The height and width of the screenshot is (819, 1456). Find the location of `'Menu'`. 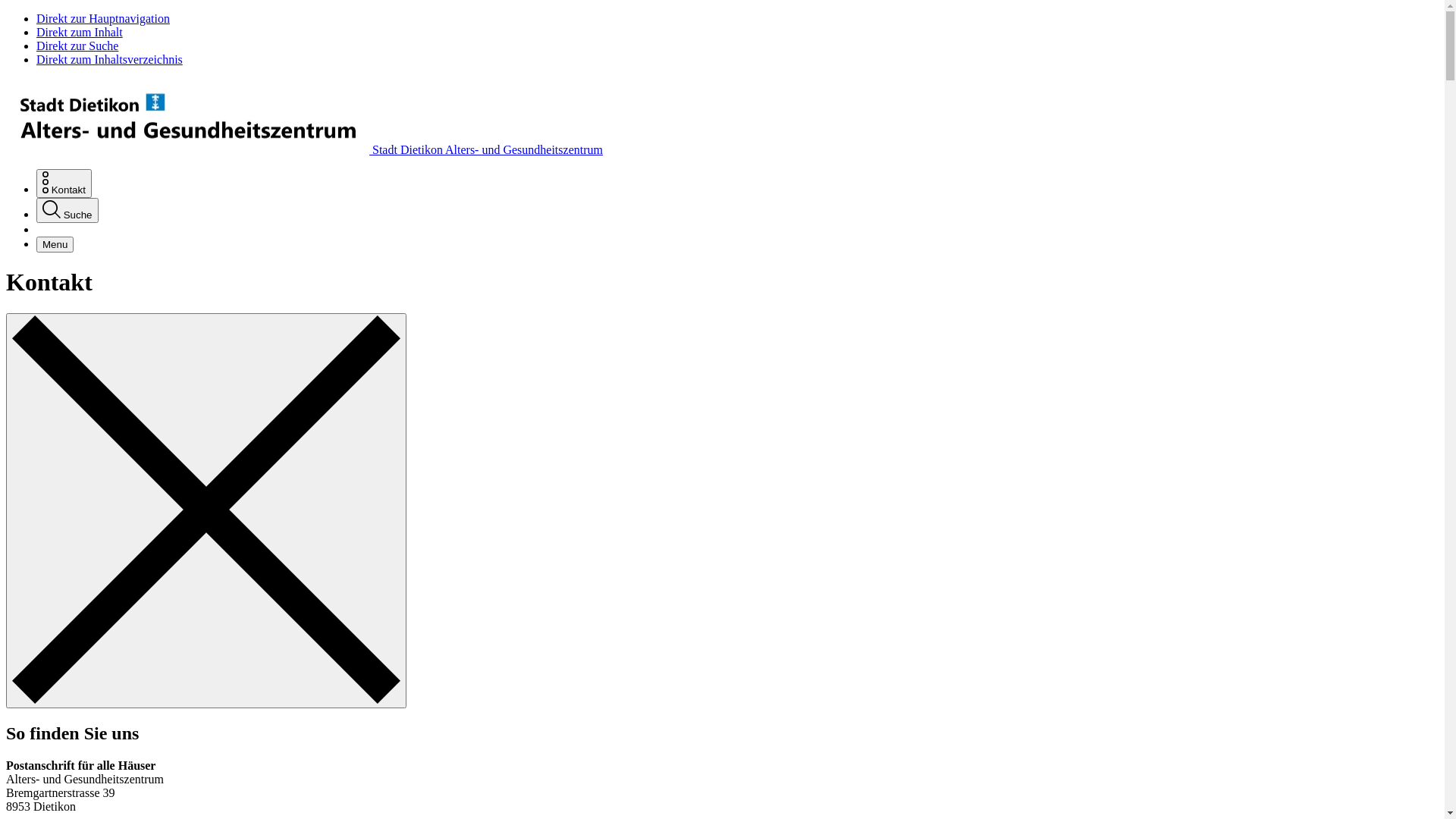

'Menu' is located at coordinates (55, 243).